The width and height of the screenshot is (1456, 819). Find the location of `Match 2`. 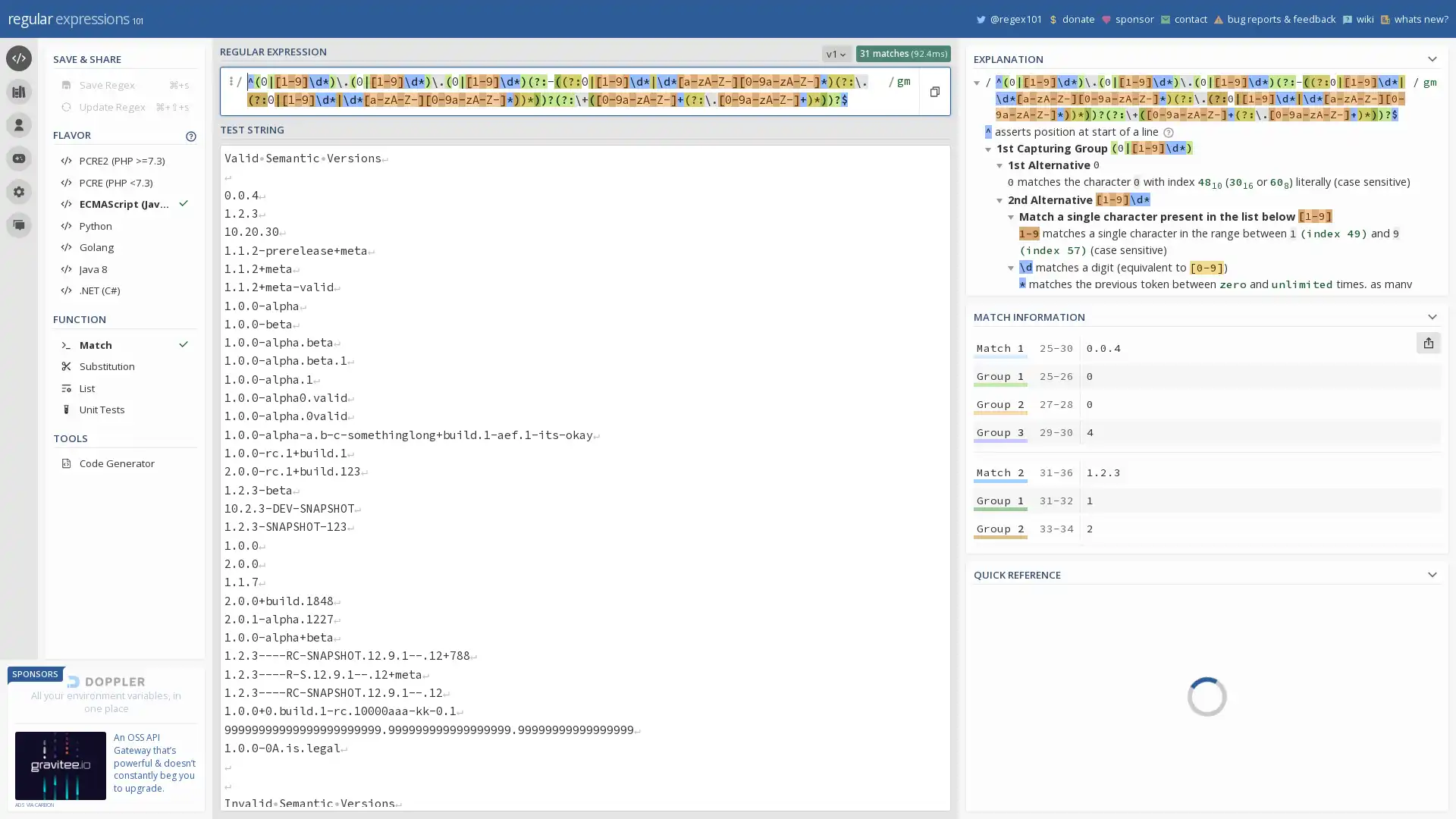

Match 2 is located at coordinates (1000, 472).